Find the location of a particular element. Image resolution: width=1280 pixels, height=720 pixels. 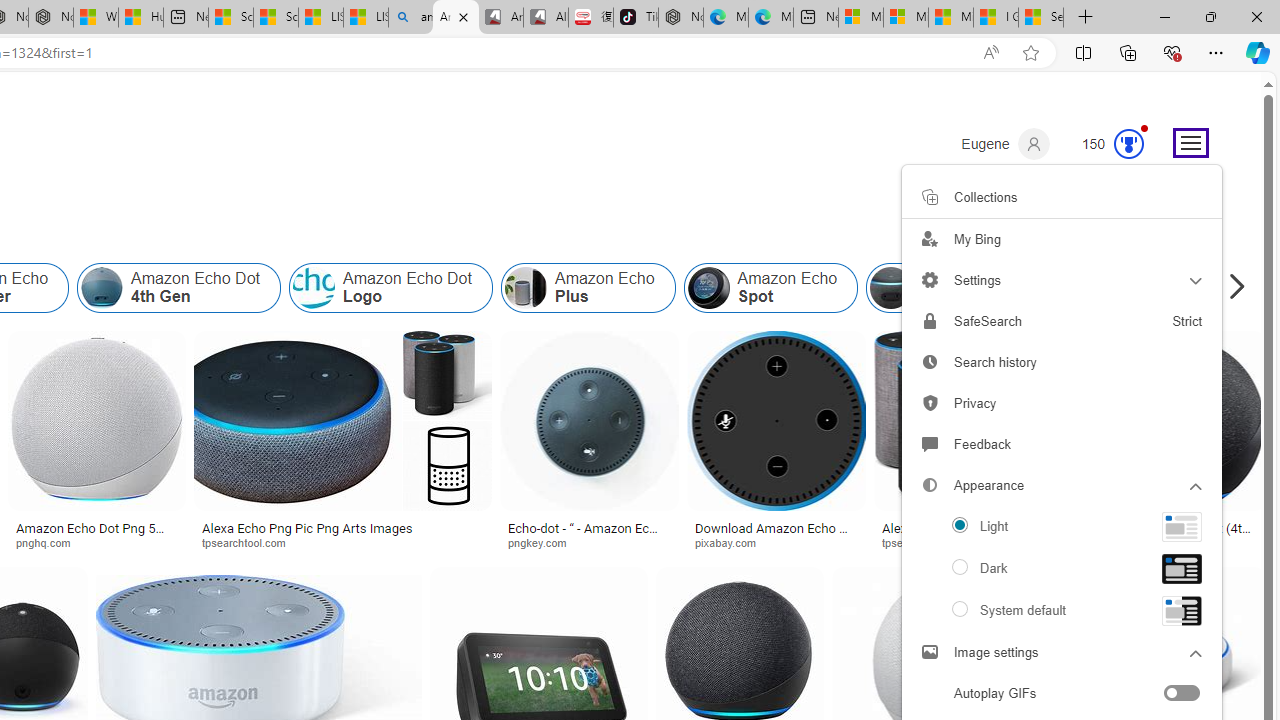

'Eugene' is located at coordinates (1005, 143).